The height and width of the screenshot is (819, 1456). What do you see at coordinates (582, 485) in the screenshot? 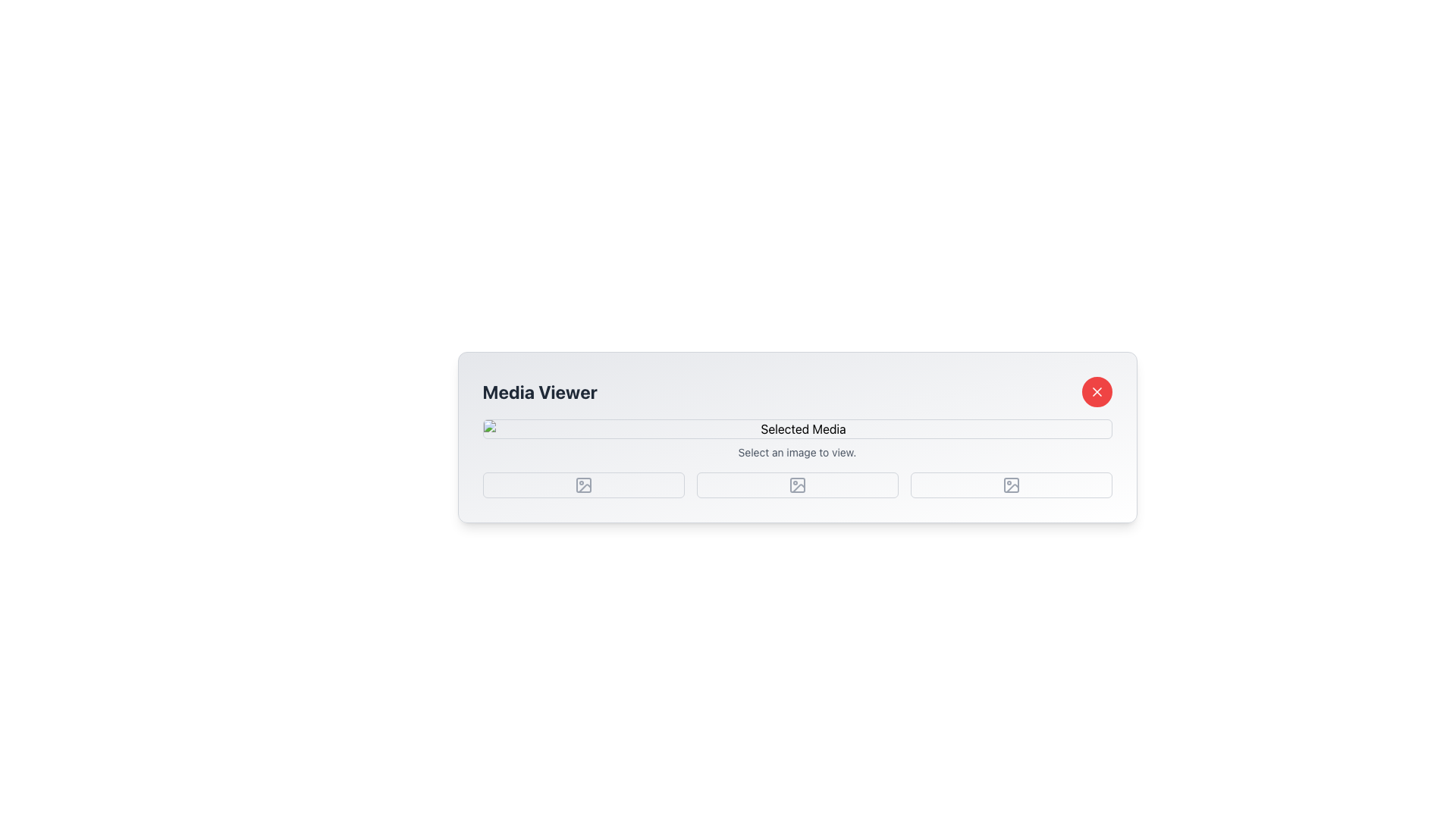
I see `the second icon button from the left in the media viewer interface` at bounding box center [582, 485].